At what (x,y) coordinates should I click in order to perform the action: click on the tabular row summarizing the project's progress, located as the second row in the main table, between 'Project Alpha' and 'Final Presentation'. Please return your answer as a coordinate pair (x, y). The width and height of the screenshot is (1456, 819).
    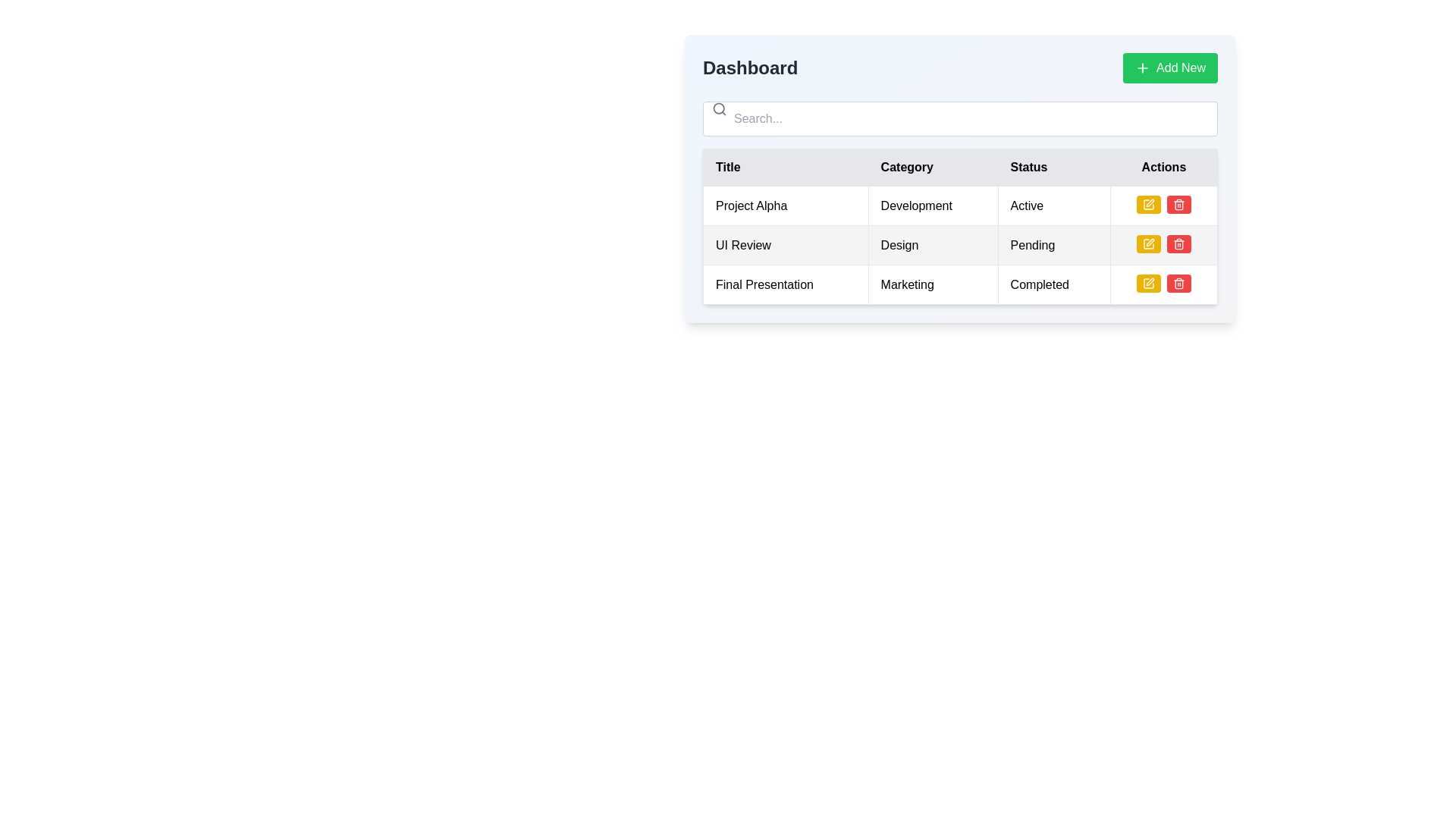
    Looking at the image, I should click on (959, 244).